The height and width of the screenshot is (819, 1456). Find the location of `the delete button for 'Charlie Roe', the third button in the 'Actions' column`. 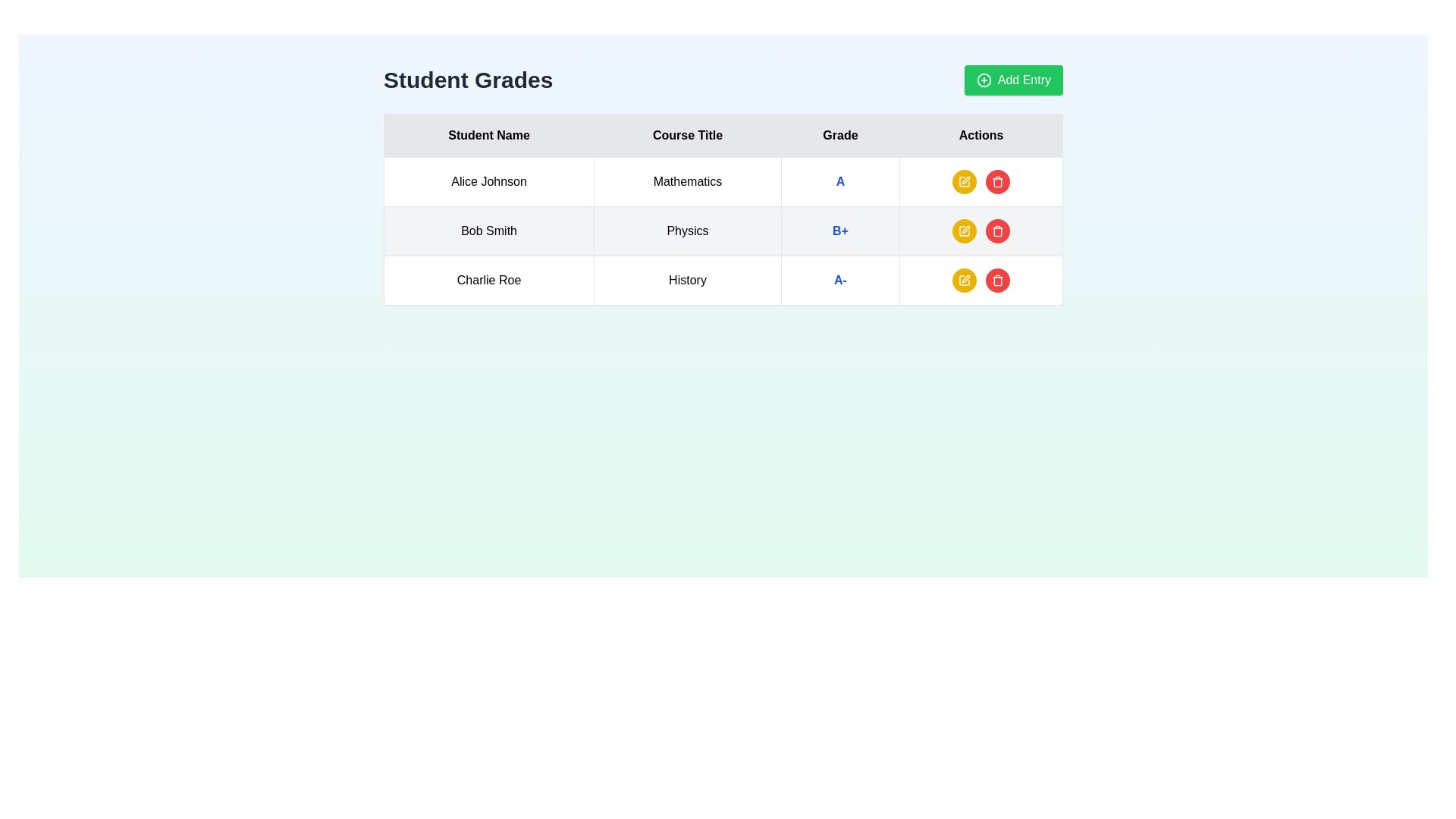

the delete button for 'Charlie Roe', the third button in the 'Actions' column is located at coordinates (997, 231).